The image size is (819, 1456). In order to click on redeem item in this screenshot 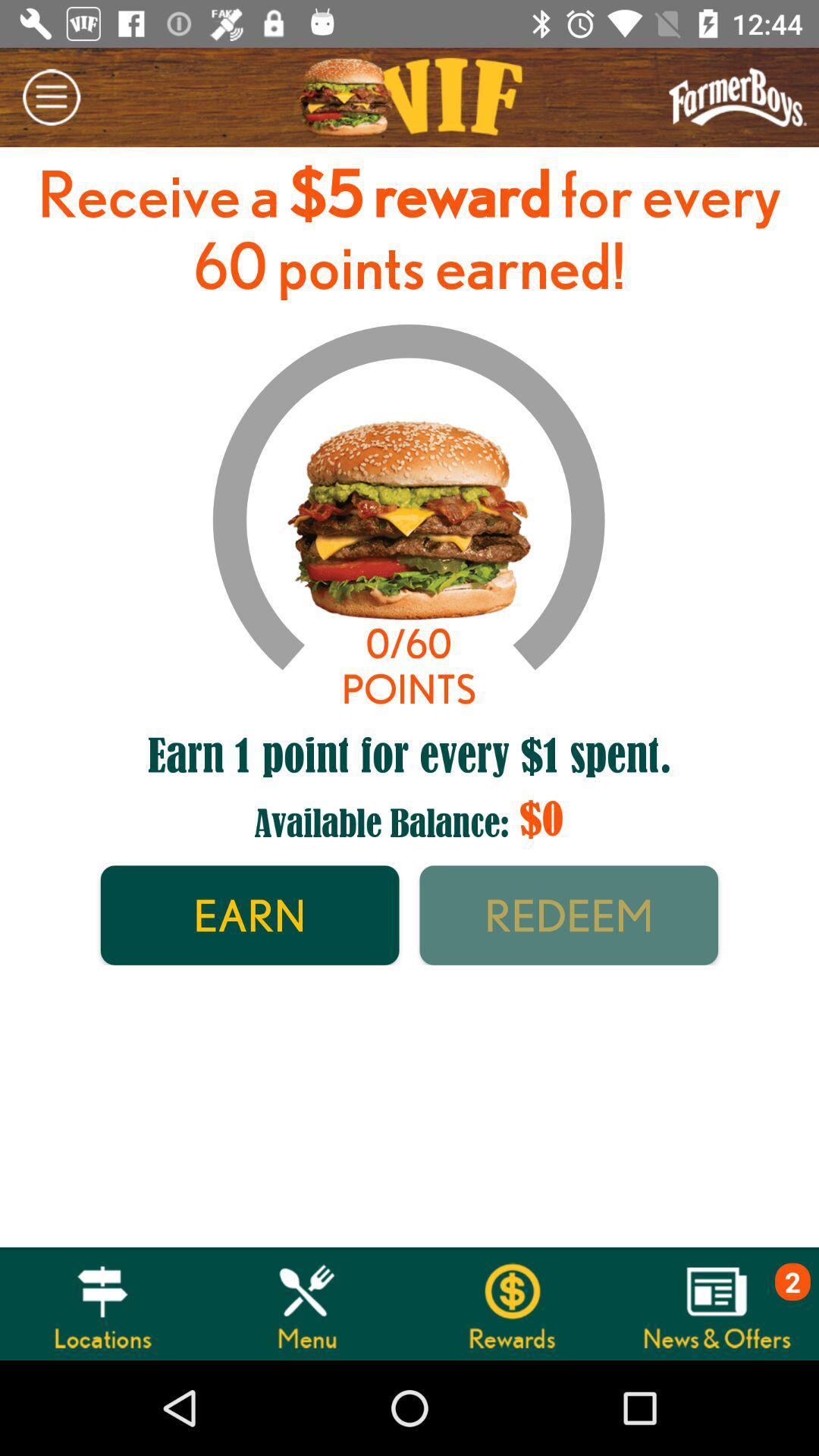, I will do `click(569, 915)`.